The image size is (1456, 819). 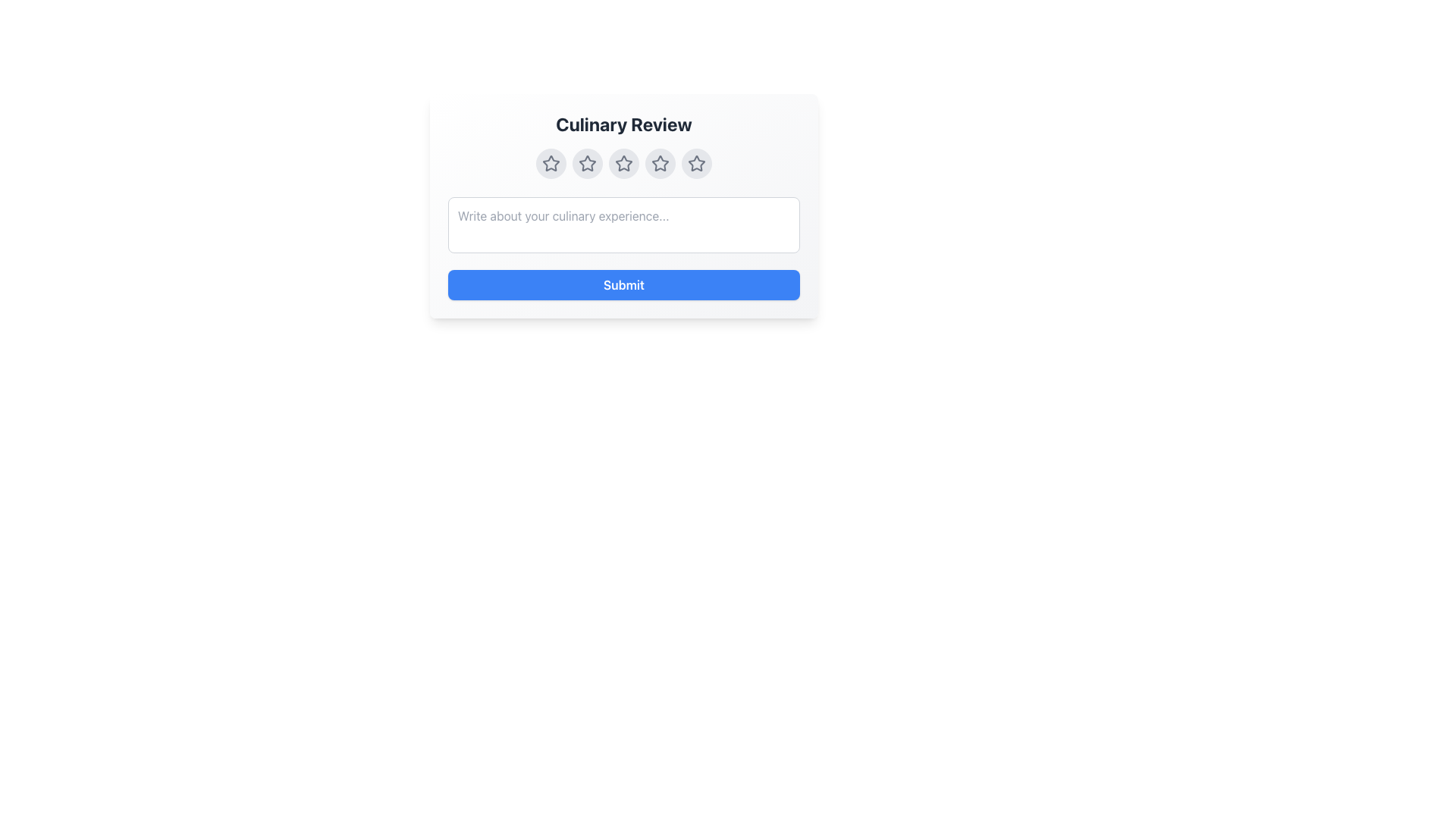 What do you see at coordinates (695, 164) in the screenshot?
I see `the fifth circular button with a gray background and a star icon located under the 'Culinary Review' title` at bounding box center [695, 164].